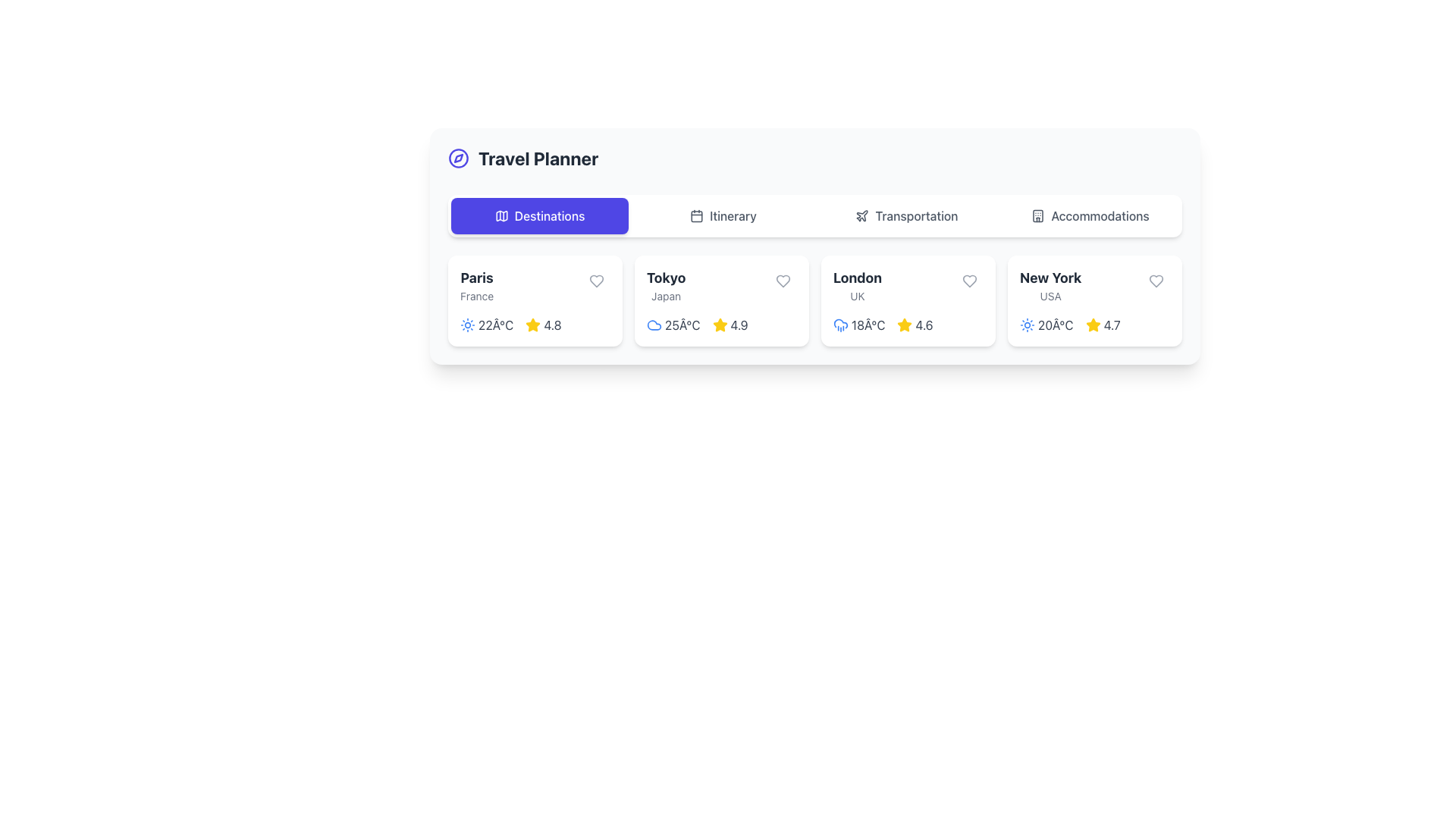  Describe the element at coordinates (916, 216) in the screenshot. I see `the 'Transportation' text label within the navigation bar, which is centrally aligned and positioned between the 'Itinerary' and 'Accommodations' buttons` at that location.